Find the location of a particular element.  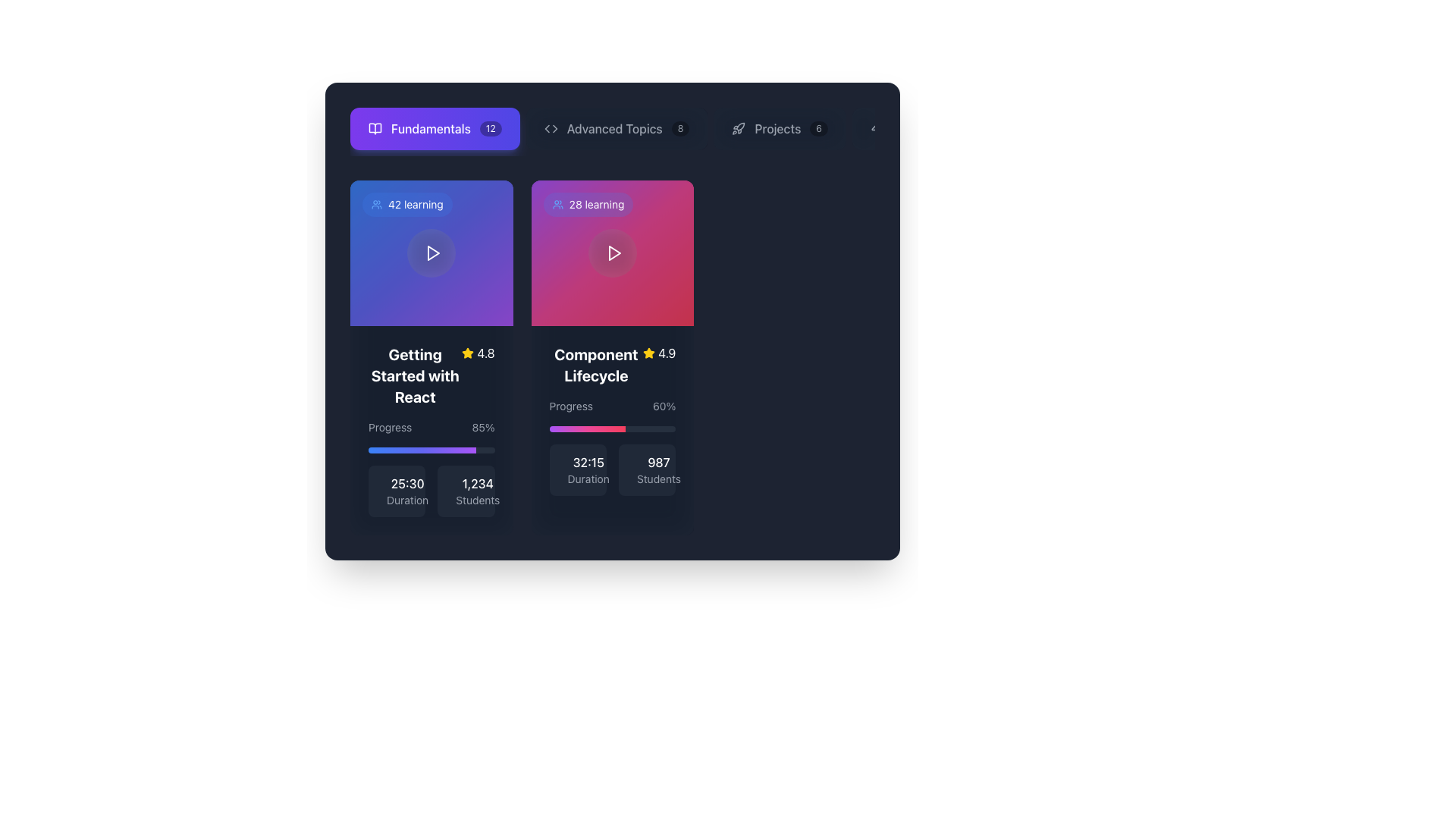

the yellow star icon in the rating section of the second card, which is adjacent to the '4.9' text rating is located at coordinates (649, 353).